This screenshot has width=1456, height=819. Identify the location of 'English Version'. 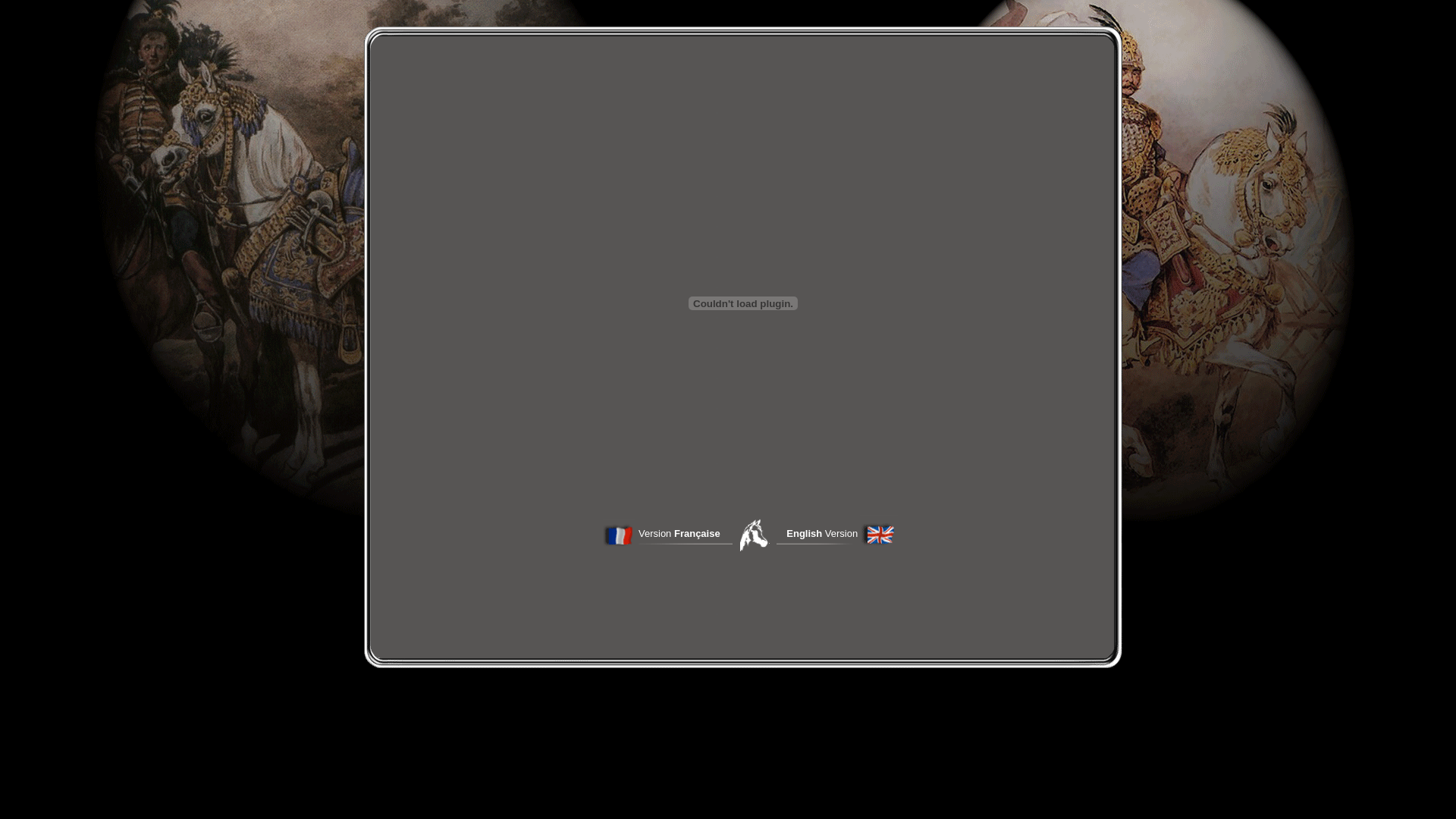
(821, 532).